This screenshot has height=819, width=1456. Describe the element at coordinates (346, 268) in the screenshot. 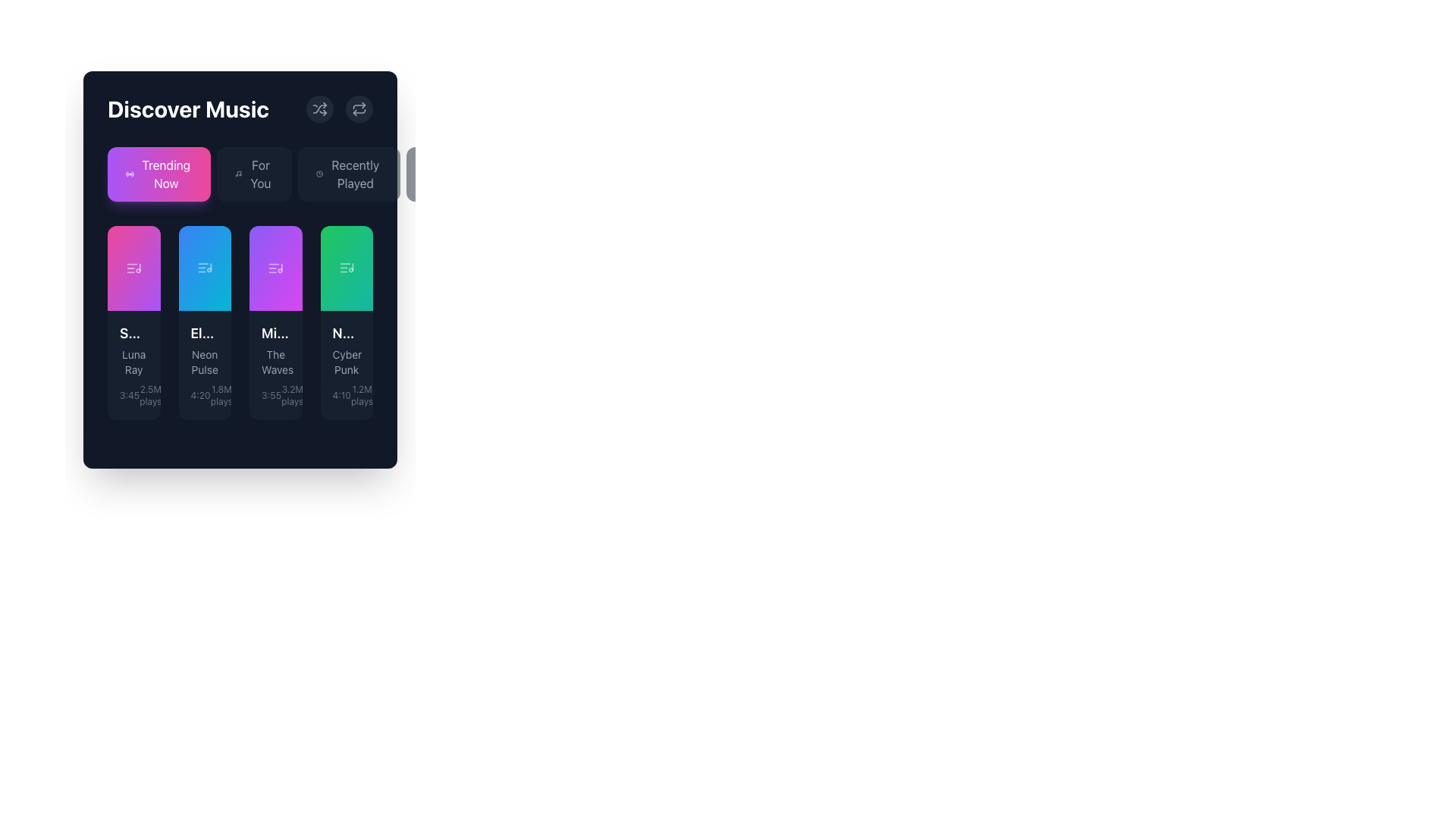

I see `the music icon on the green card labeled 'Cyber Punk', which is positioned in the center of the card and represents a musical feature` at that location.